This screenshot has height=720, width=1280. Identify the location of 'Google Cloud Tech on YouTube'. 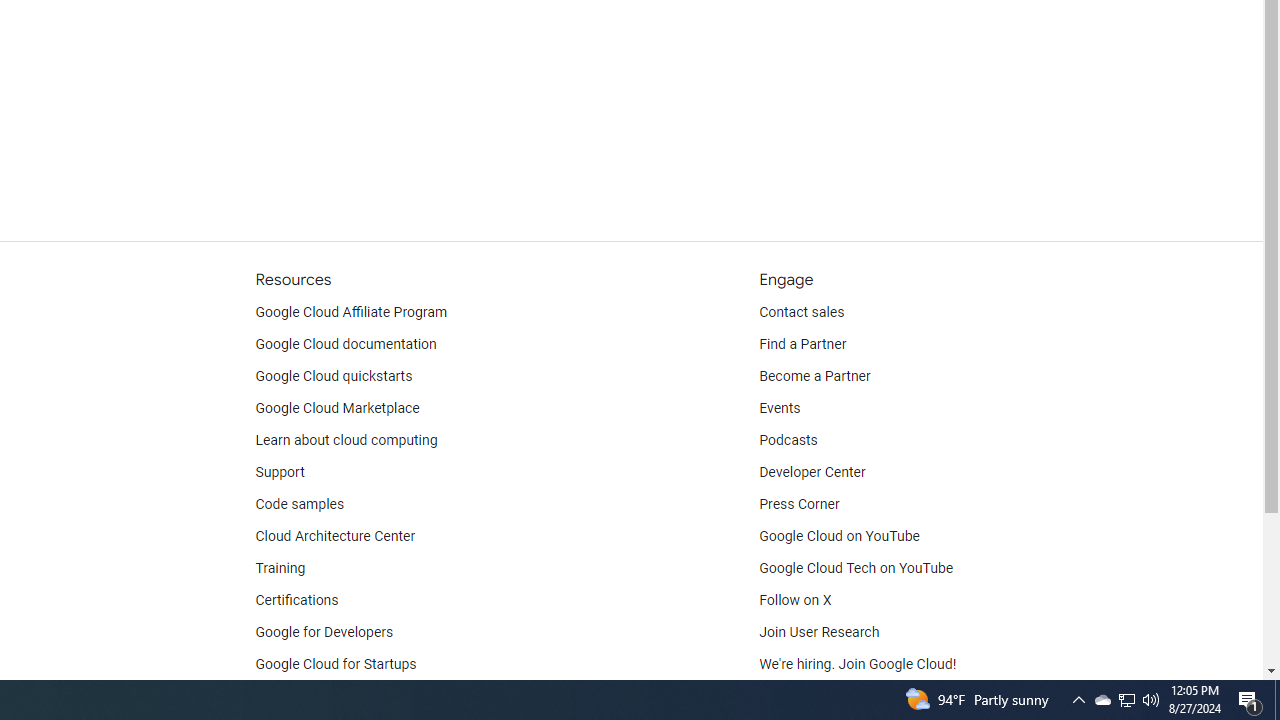
(856, 568).